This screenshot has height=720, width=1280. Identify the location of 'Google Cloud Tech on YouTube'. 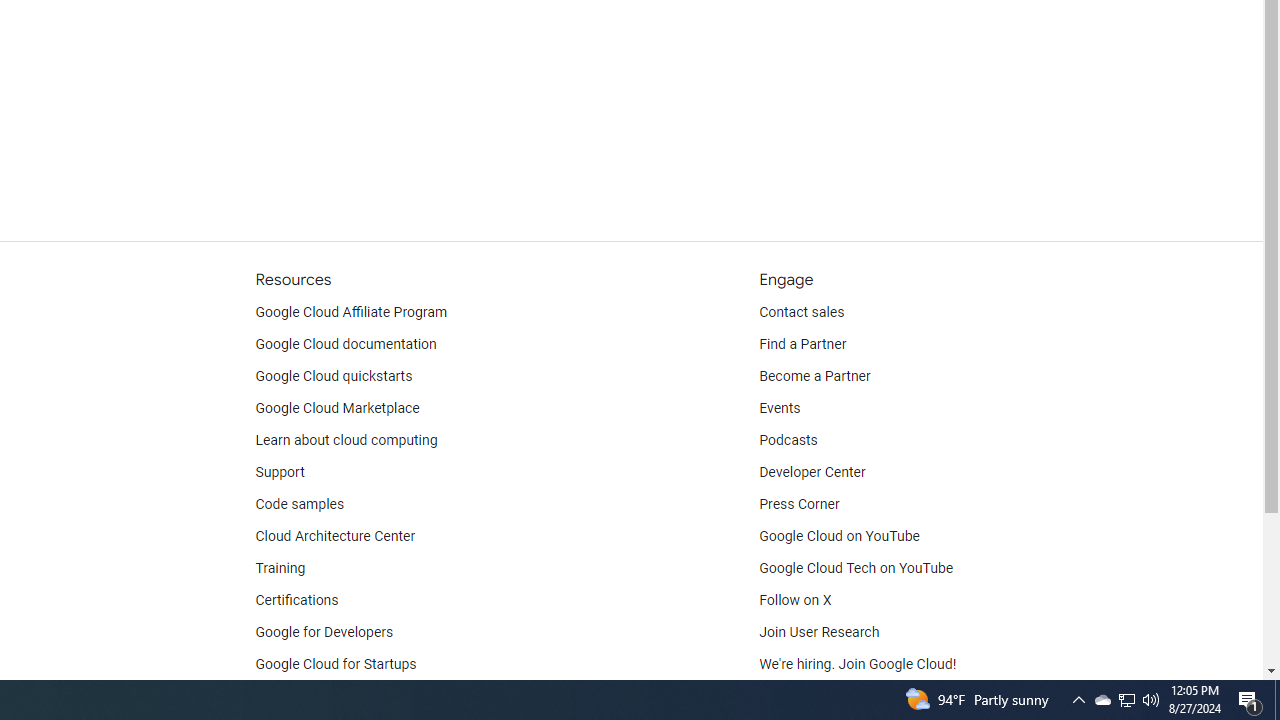
(856, 568).